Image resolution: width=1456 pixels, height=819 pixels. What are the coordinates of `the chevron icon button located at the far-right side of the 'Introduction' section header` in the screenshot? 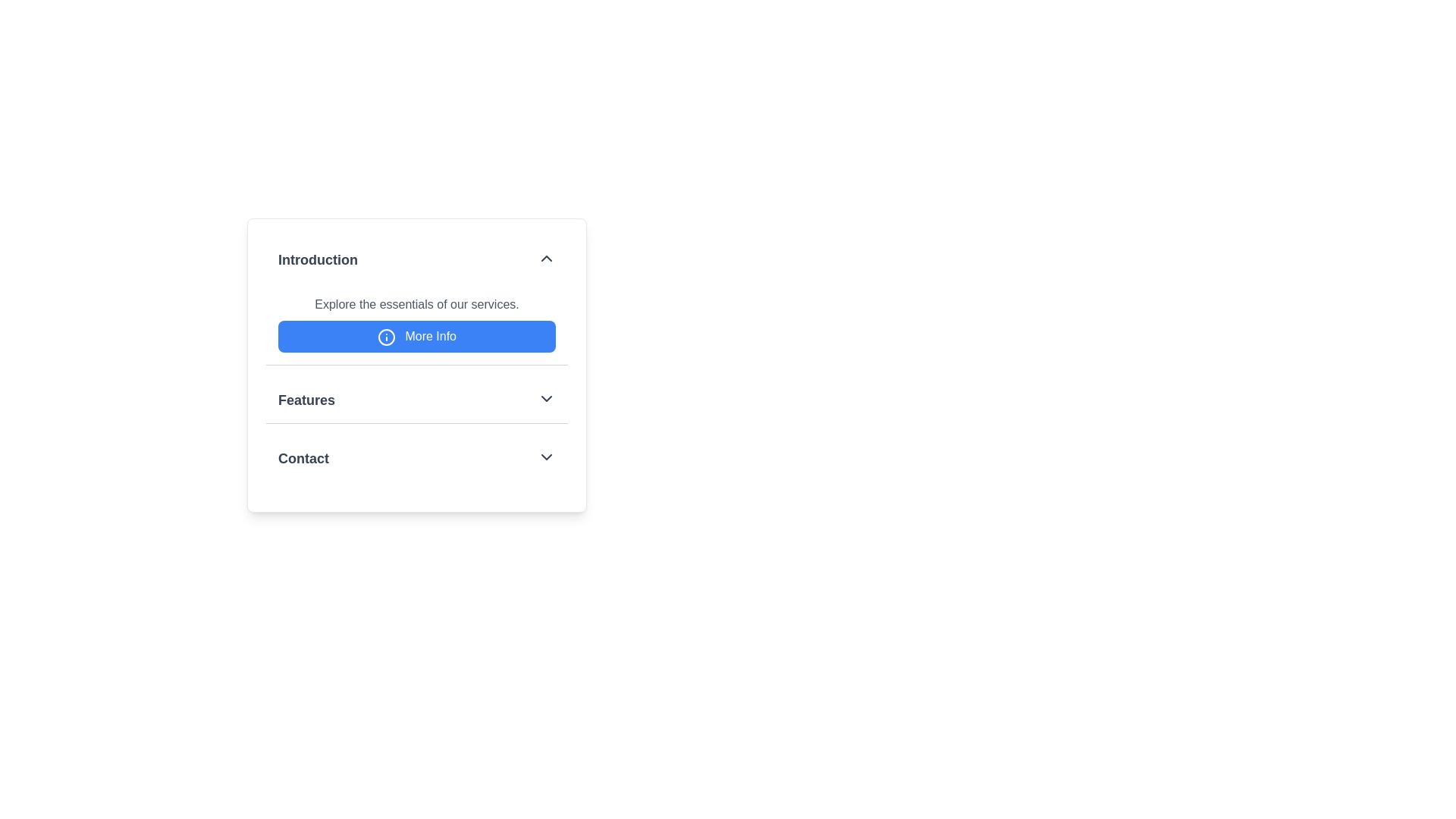 It's located at (546, 257).